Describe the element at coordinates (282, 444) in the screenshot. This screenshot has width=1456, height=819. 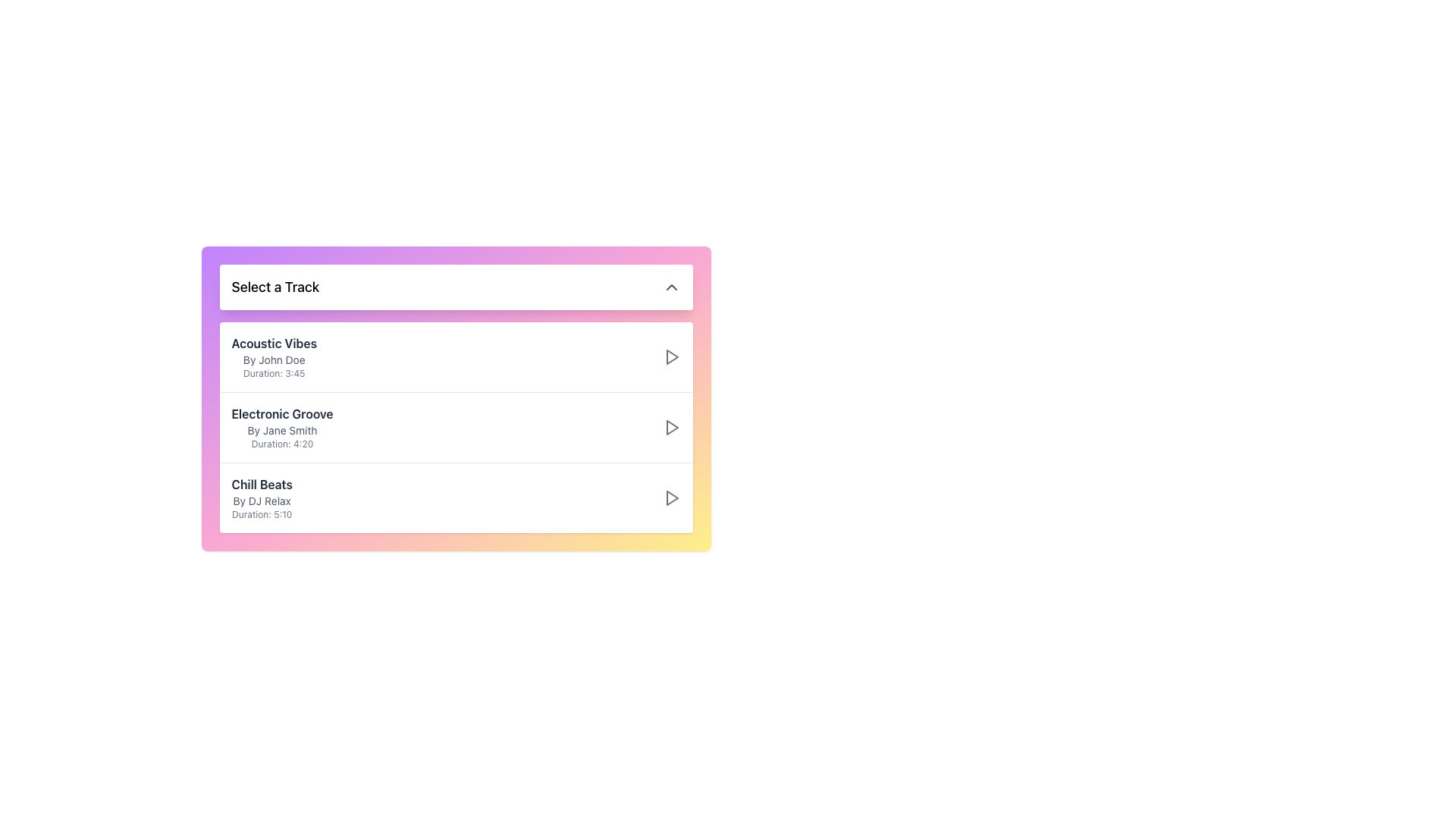
I see `the static text label displaying 'Duration: 4:20' which is located beneath 'By Jane Smith' in the 'Electronic Groove' group` at that location.